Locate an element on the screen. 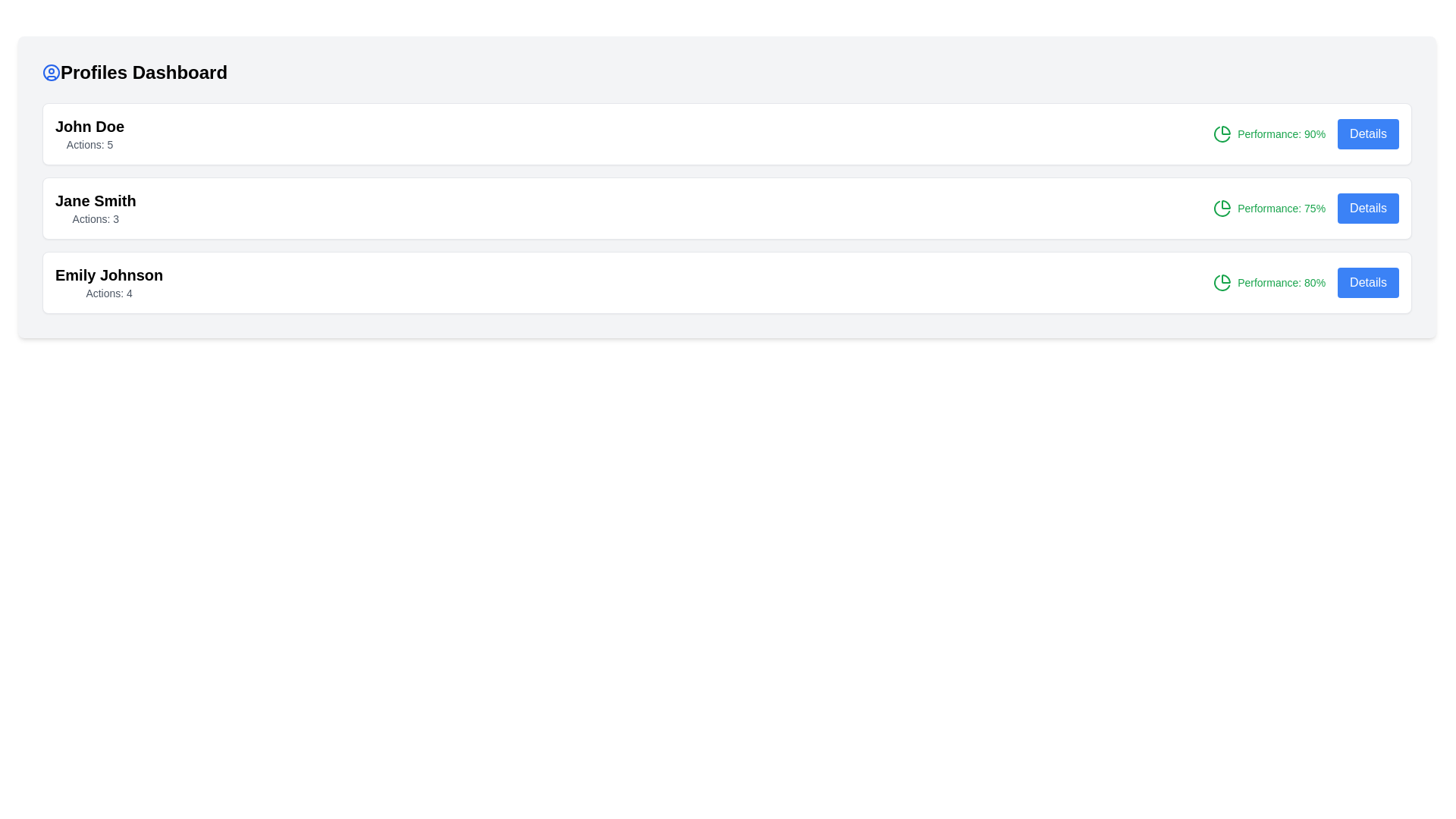 This screenshot has height=819, width=1456. the performance information element located in the bottommost profile card to the right of 'Emily Johnson' is located at coordinates (1305, 283).